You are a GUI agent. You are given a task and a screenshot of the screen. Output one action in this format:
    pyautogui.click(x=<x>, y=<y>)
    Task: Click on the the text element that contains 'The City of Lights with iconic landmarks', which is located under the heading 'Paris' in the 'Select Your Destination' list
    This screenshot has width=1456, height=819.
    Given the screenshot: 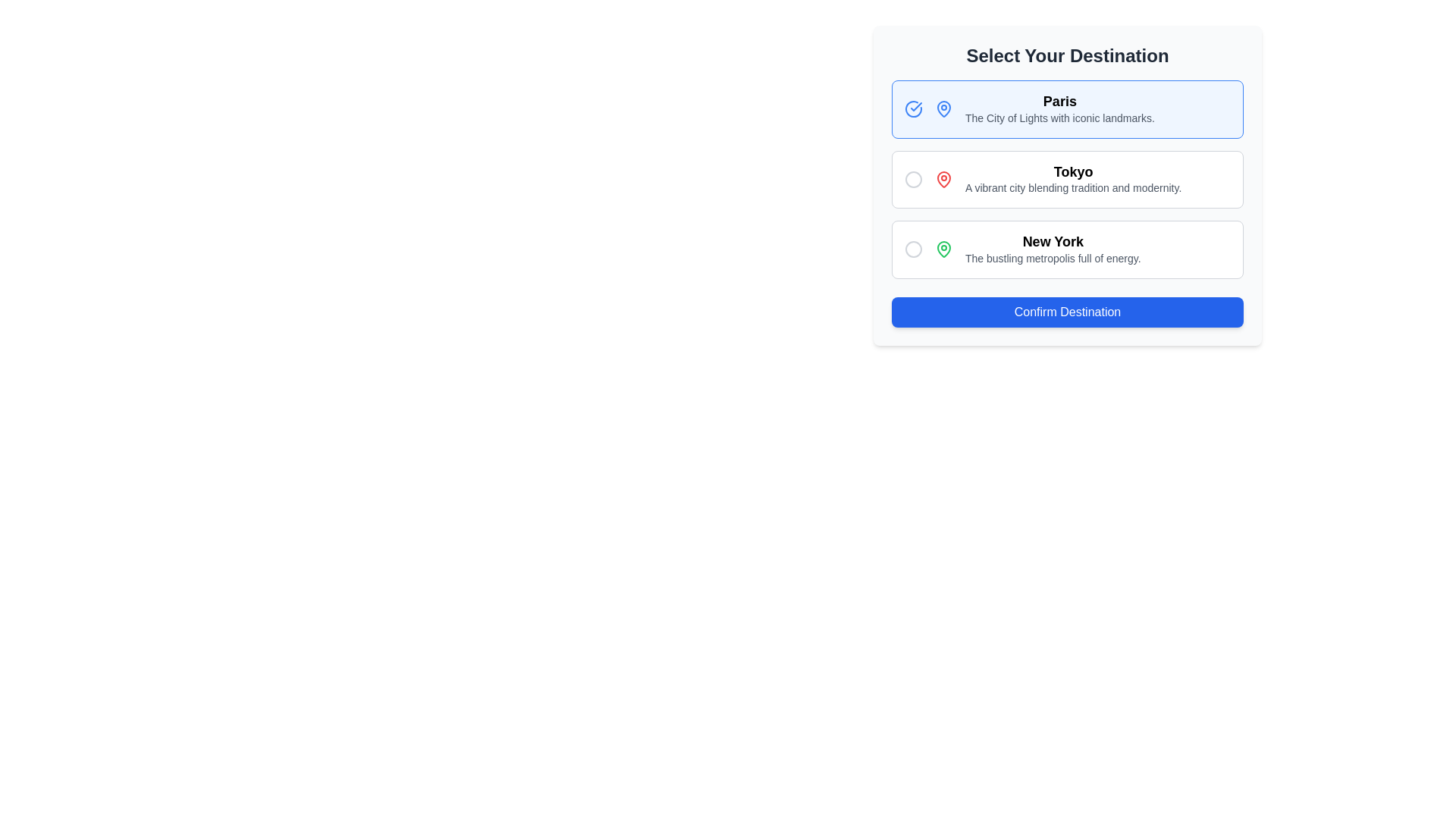 What is the action you would take?
    pyautogui.click(x=1059, y=117)
    